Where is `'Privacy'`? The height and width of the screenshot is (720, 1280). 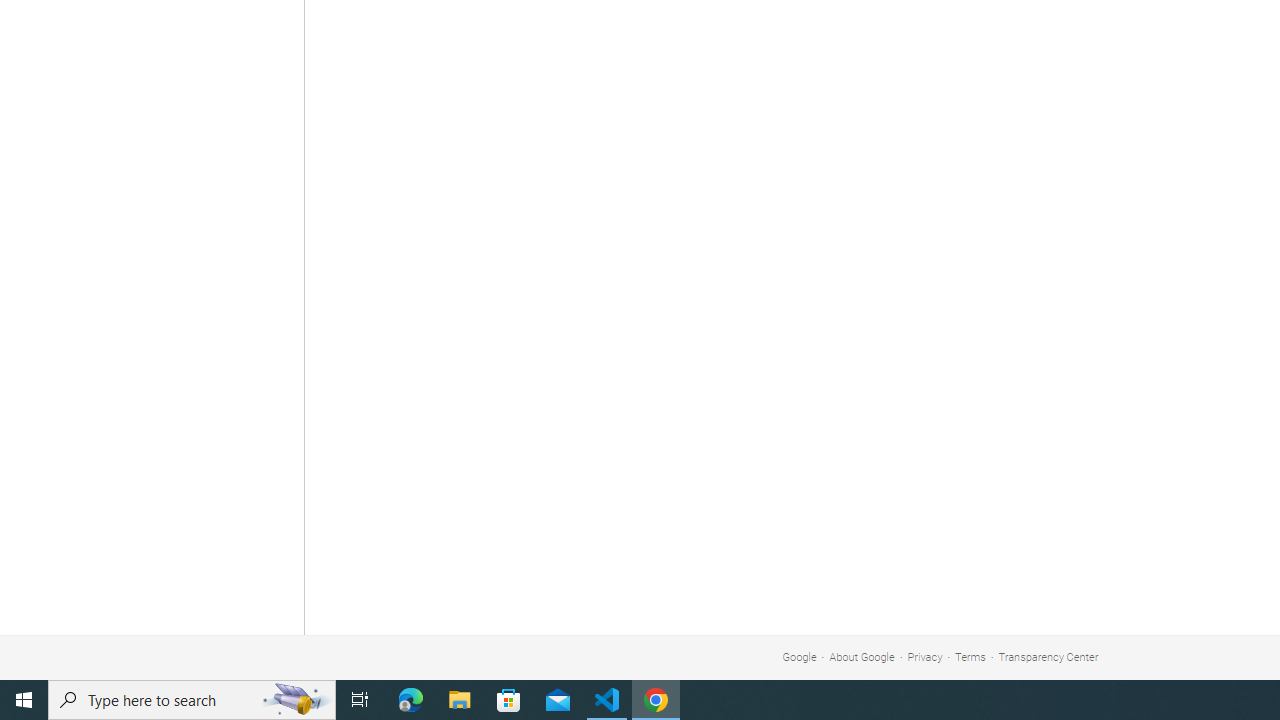 'Privacy' is located at coordinates (924, 657).